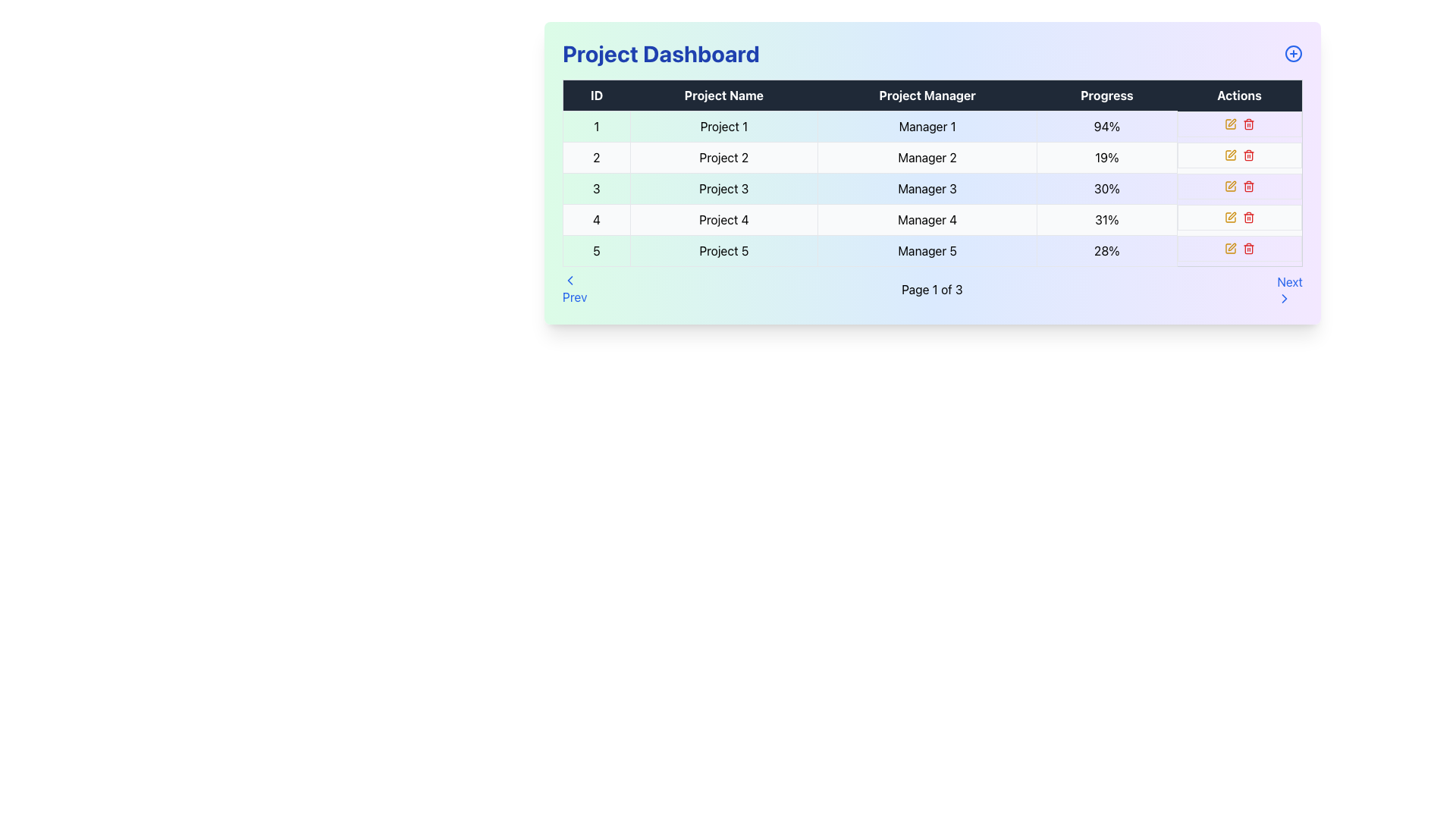  What do you see at coordinates (1239, 123) in the screenshot?
I see `the yellow pencil icon in the 'Actions' column of the first row for 'Project 1' to initiate editing` at bounding box center [1239, 123].